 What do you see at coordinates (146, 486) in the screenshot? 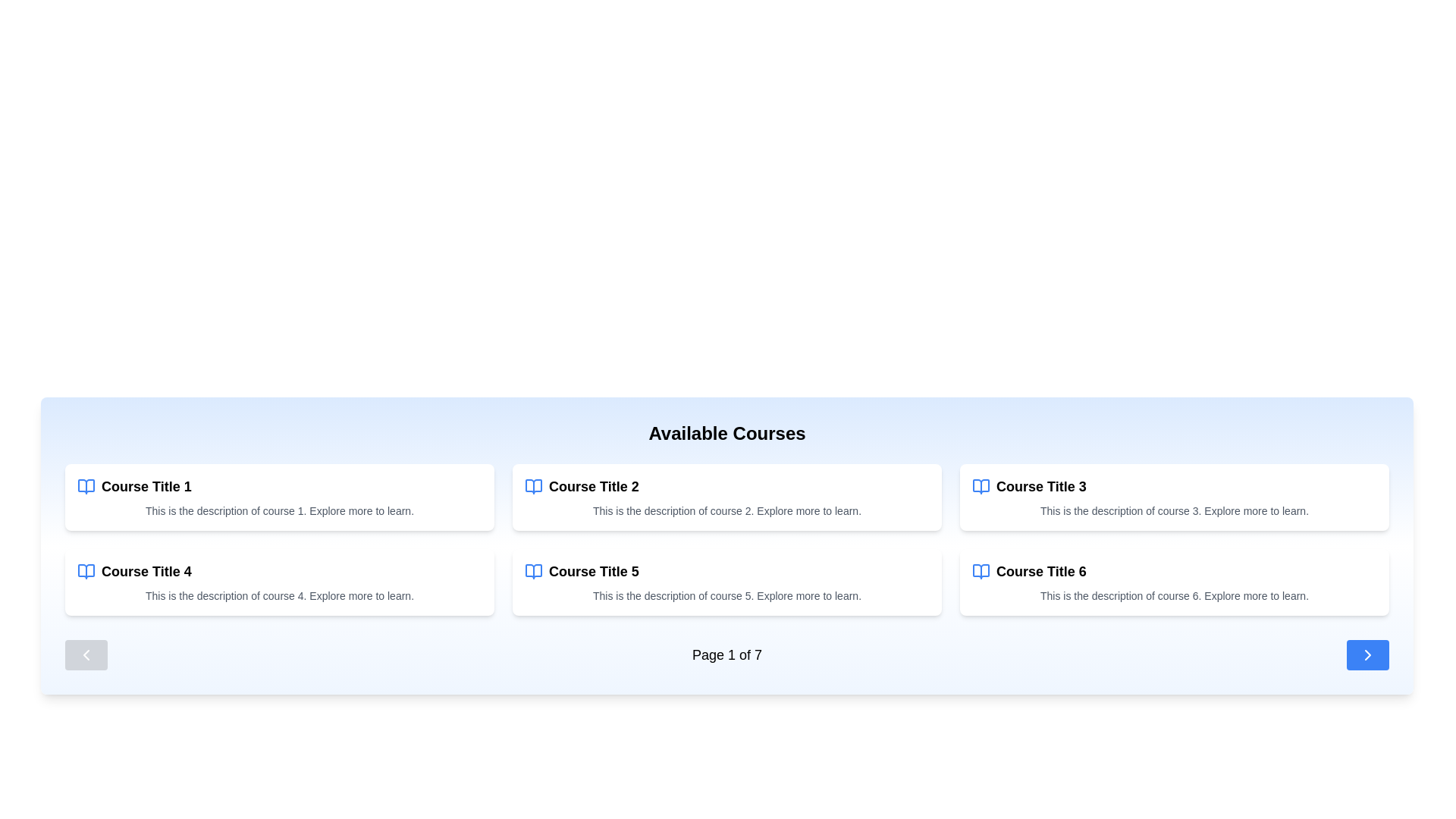
I see `the text displayed in the title of the course, located at the top-left corner of the first card in a grid of course cards, just after a book icon` at bounding box center [146, 486].